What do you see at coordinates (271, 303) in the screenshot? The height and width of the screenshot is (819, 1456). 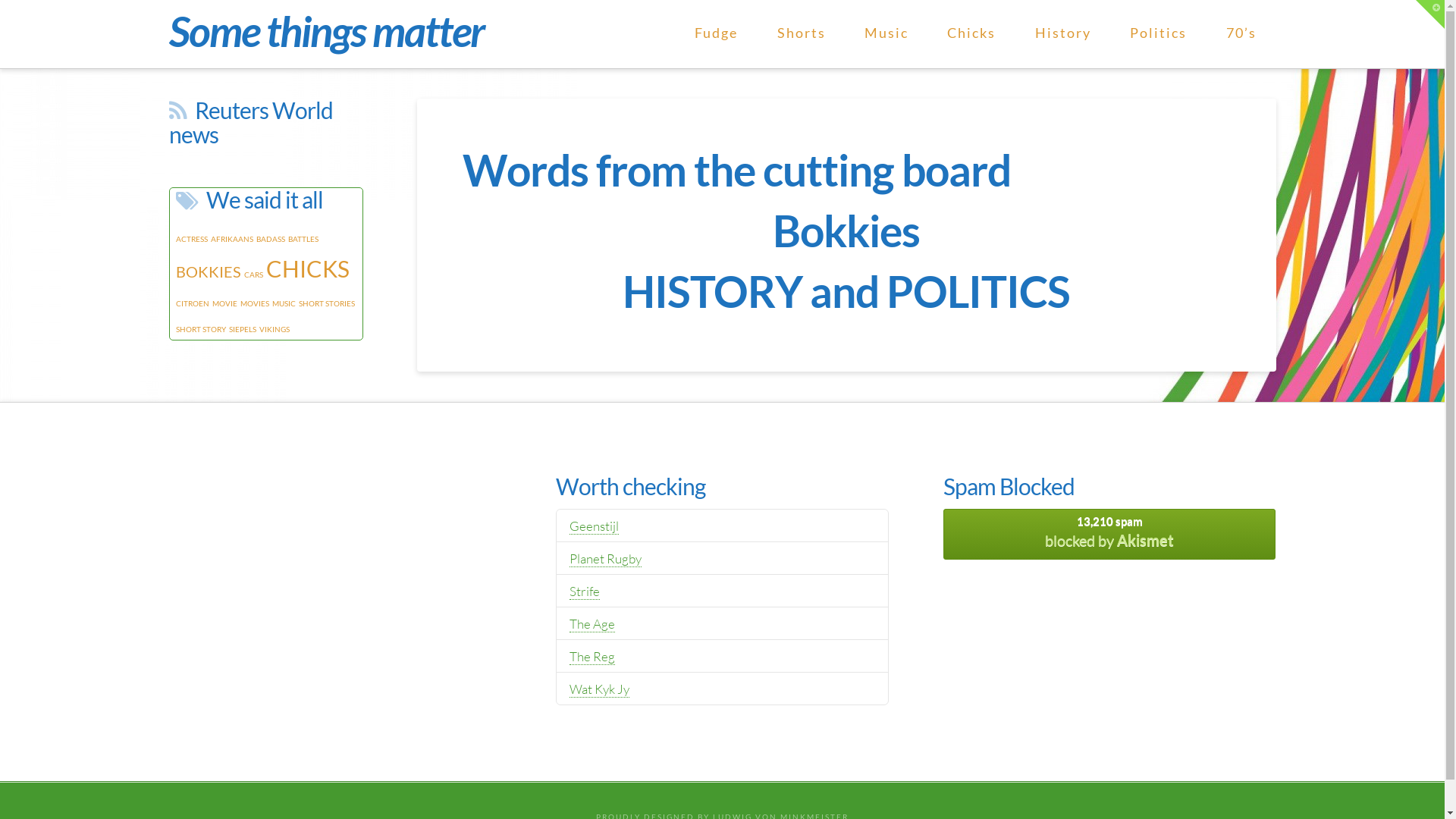 I see `'MUSIC'` at bounding box center [271, 303].